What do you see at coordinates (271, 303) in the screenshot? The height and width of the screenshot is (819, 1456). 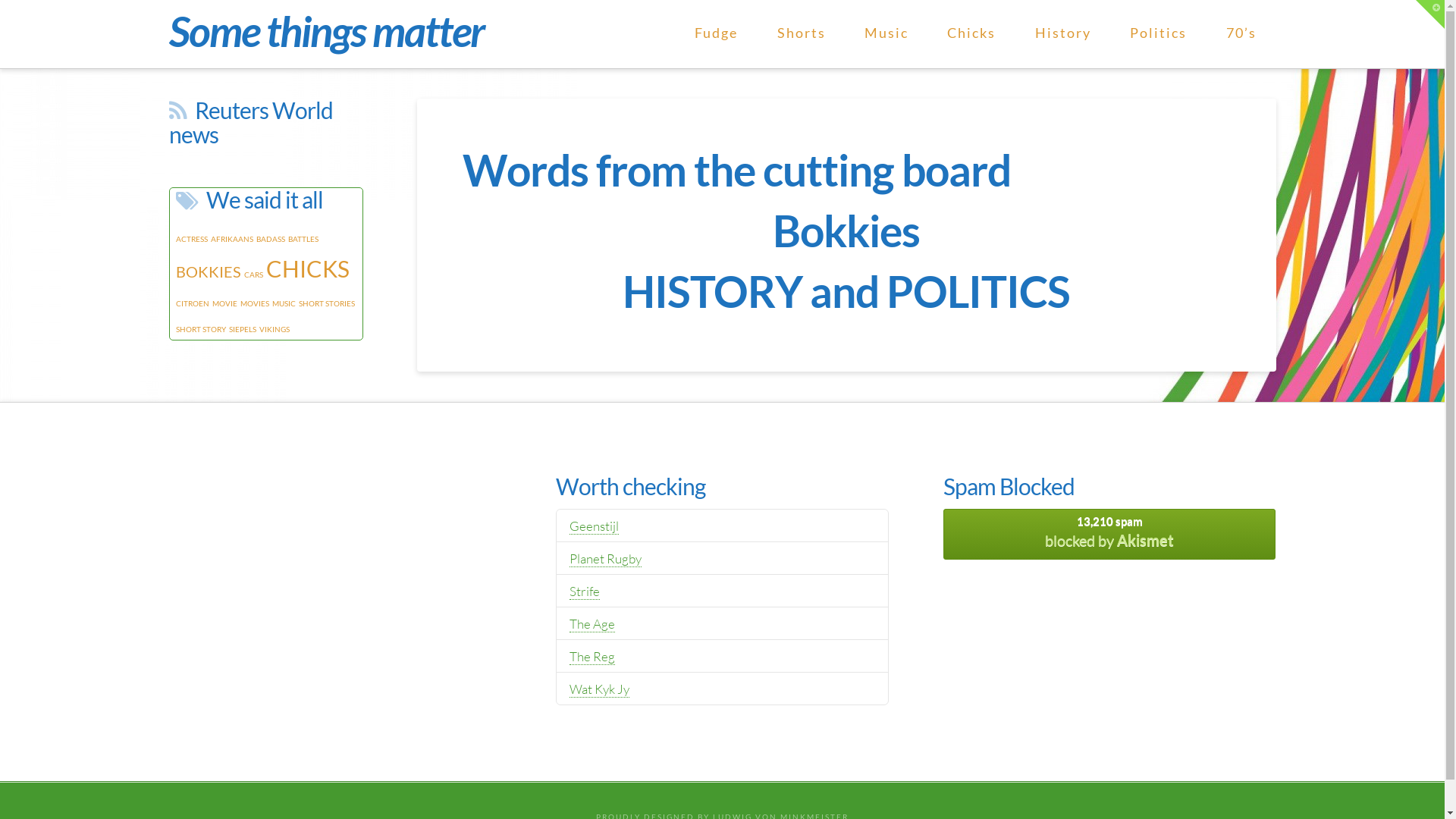 I see `'MUSIC'` at bounding box center [271, 303].